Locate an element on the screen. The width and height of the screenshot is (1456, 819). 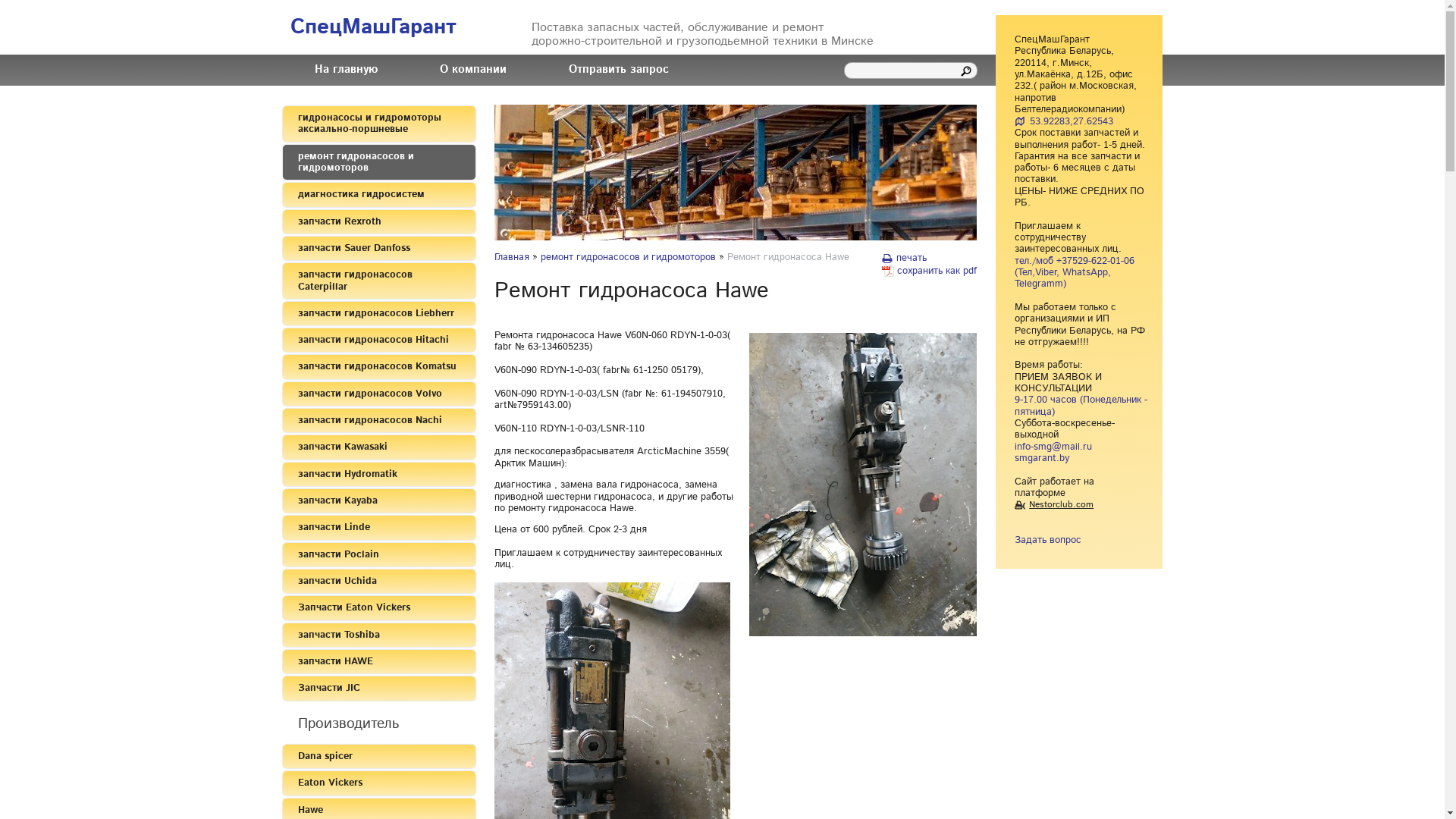
'info-smg@mail.ru' is located at coordinates (1015, 446).